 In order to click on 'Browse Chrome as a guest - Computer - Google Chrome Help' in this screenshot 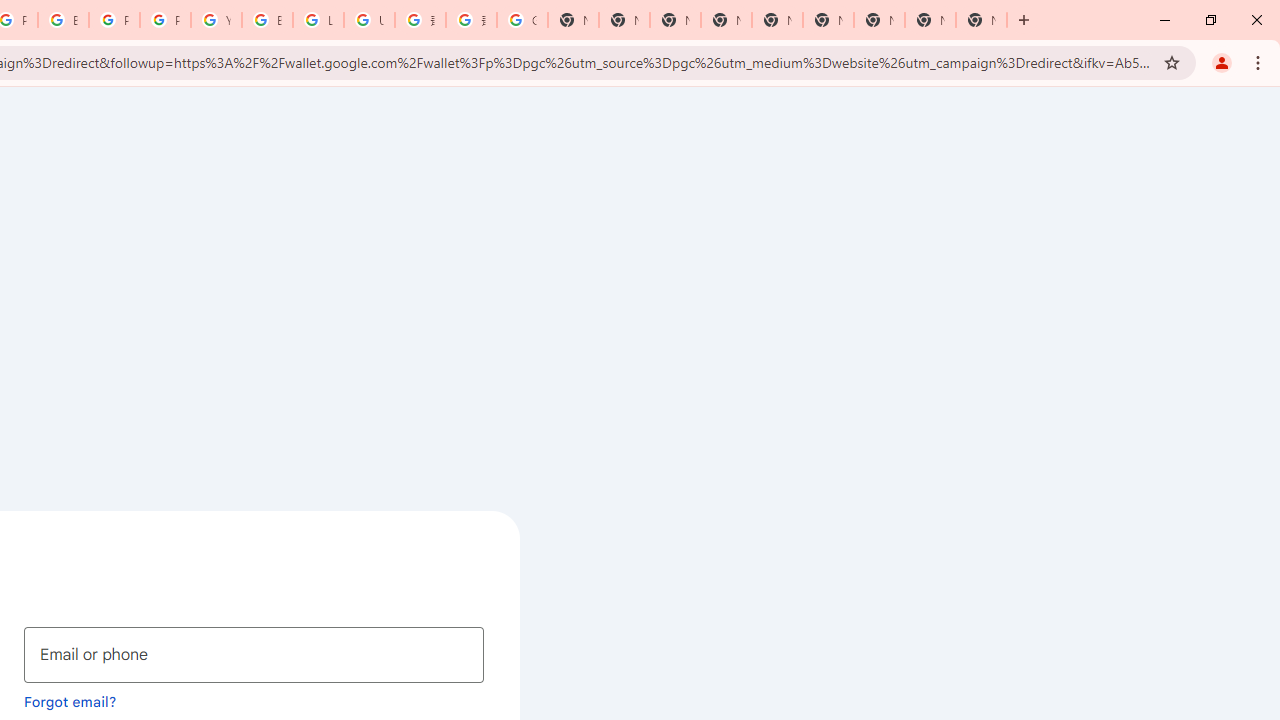, I will do `click(266, 20)`.